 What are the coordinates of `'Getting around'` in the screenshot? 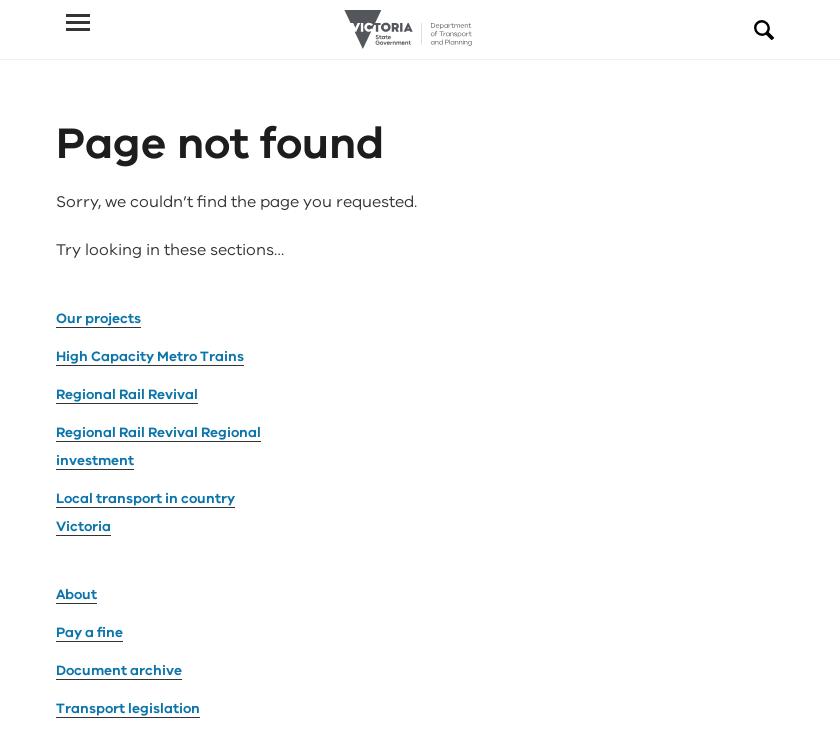 It's located at (109, 547).